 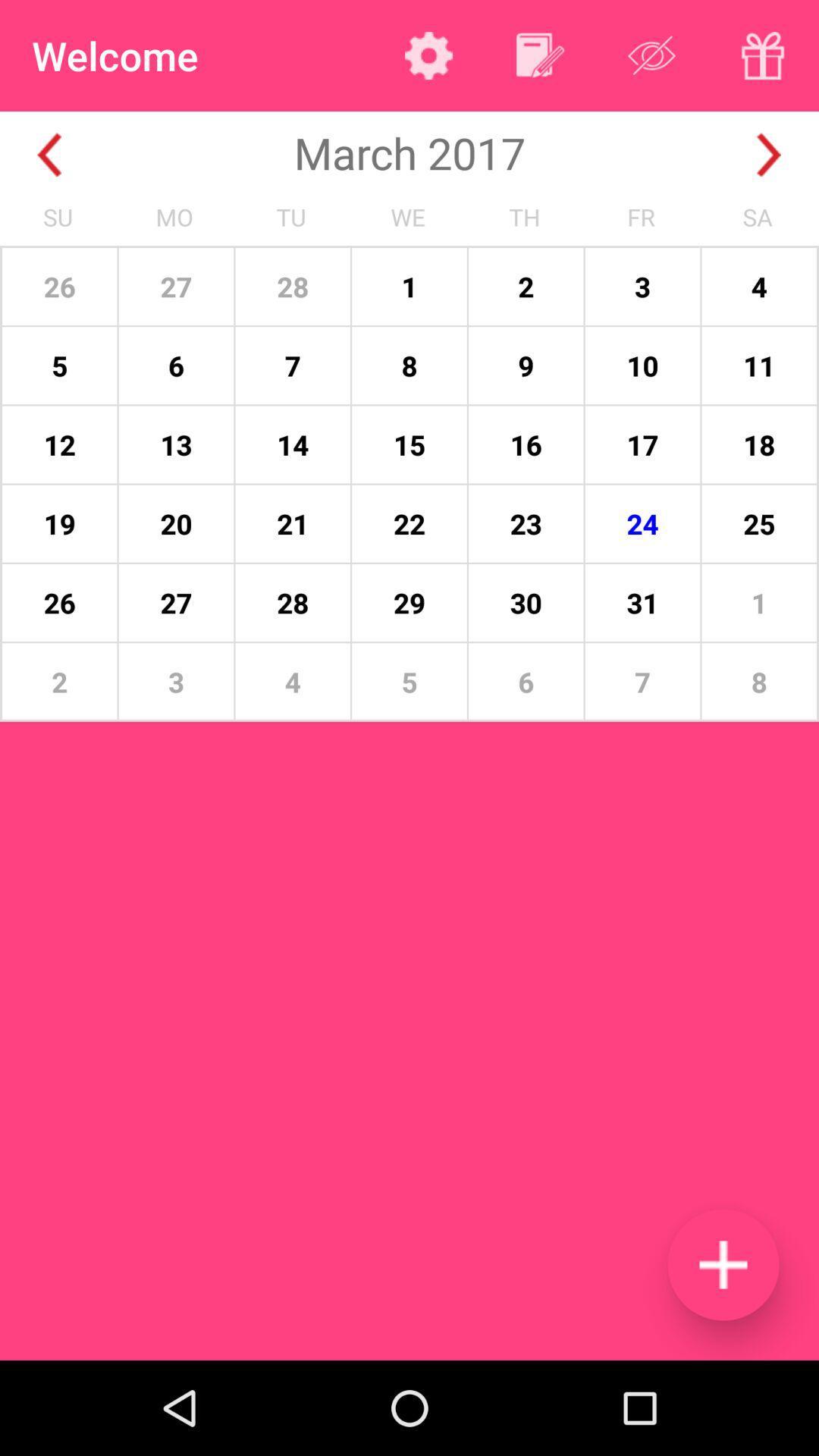 I want to click on settings option, so click(x=428, y=55).